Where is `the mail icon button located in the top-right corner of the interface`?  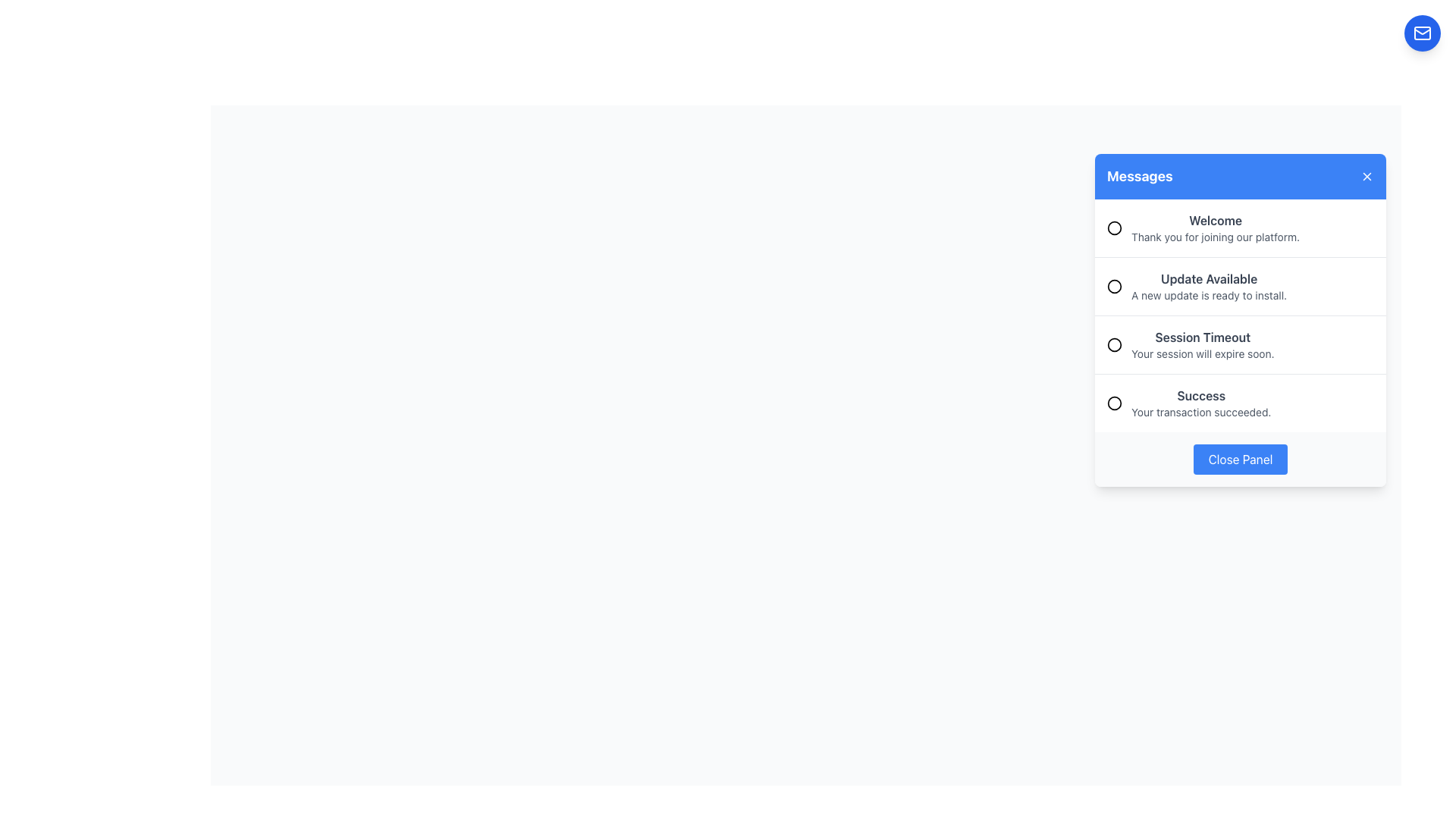 the mail icon button located in the top-right corner of the interface is located at coordinates (1422, 33).